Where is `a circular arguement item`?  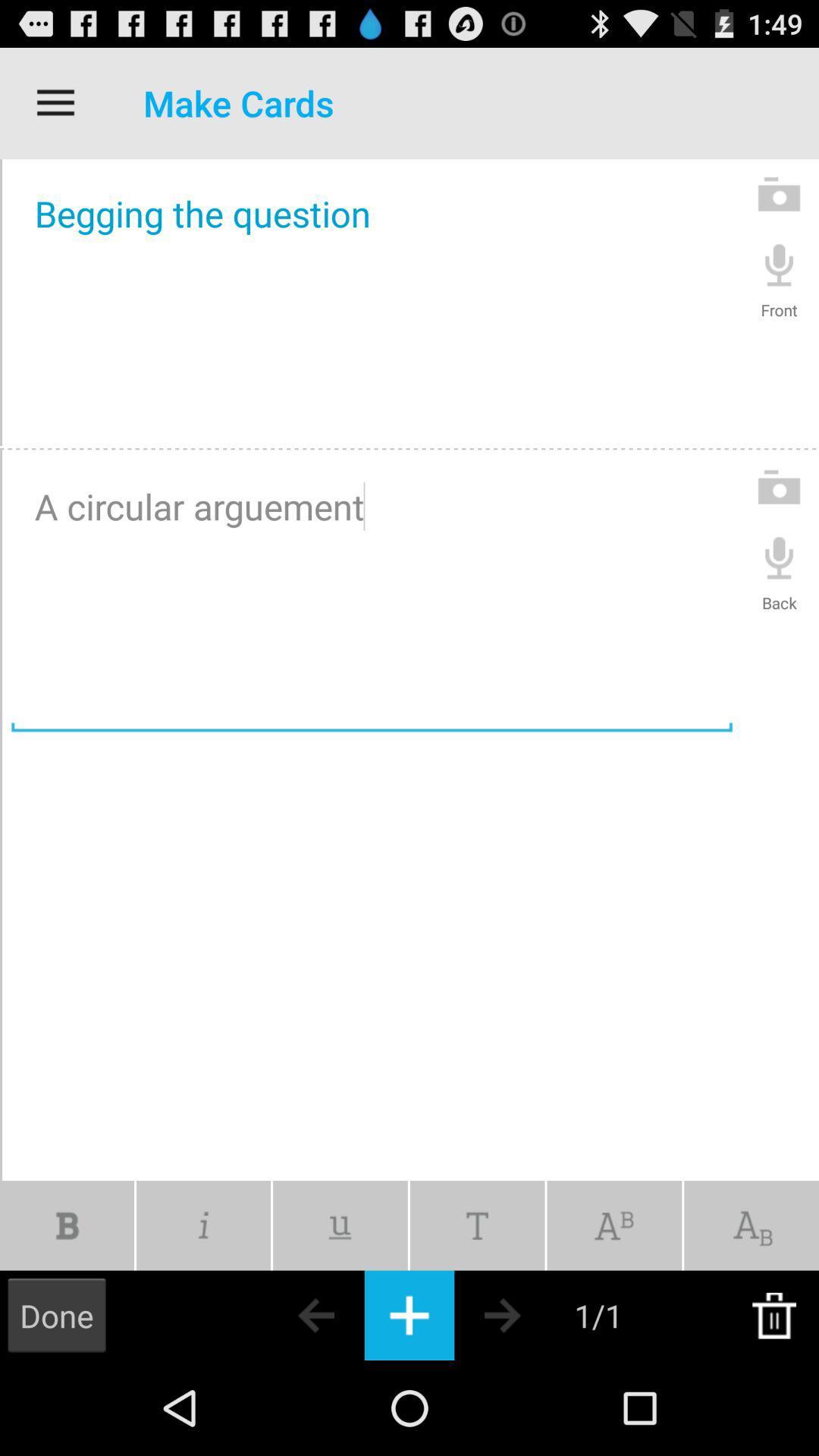 a circular arguement item is located at coordinates (372, 595).